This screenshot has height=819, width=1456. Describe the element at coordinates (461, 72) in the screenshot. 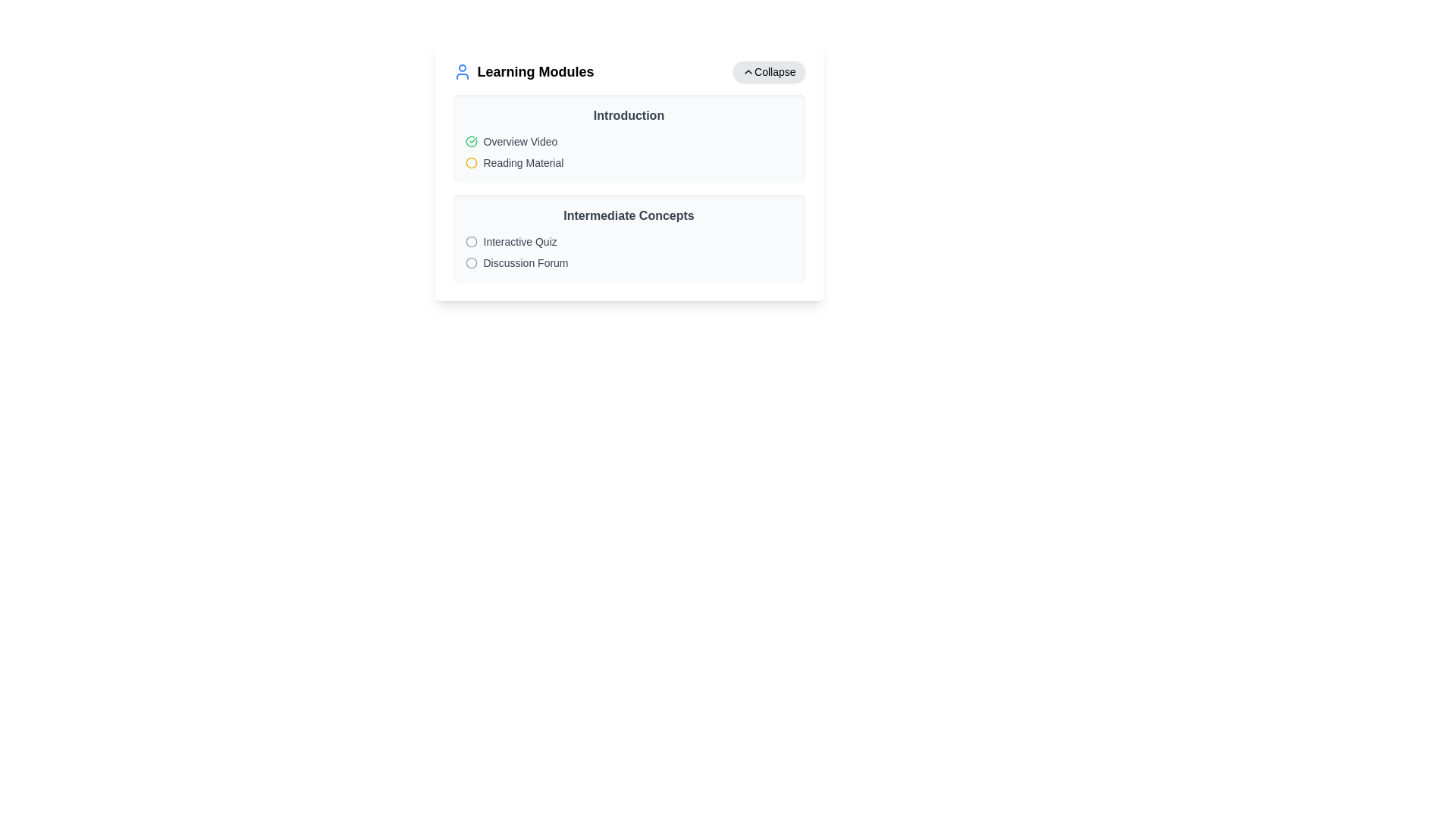

I see `the user icon styled in bright blue, located to the left of the 'Learning Modules' text in the header section of the UI block` at that location.